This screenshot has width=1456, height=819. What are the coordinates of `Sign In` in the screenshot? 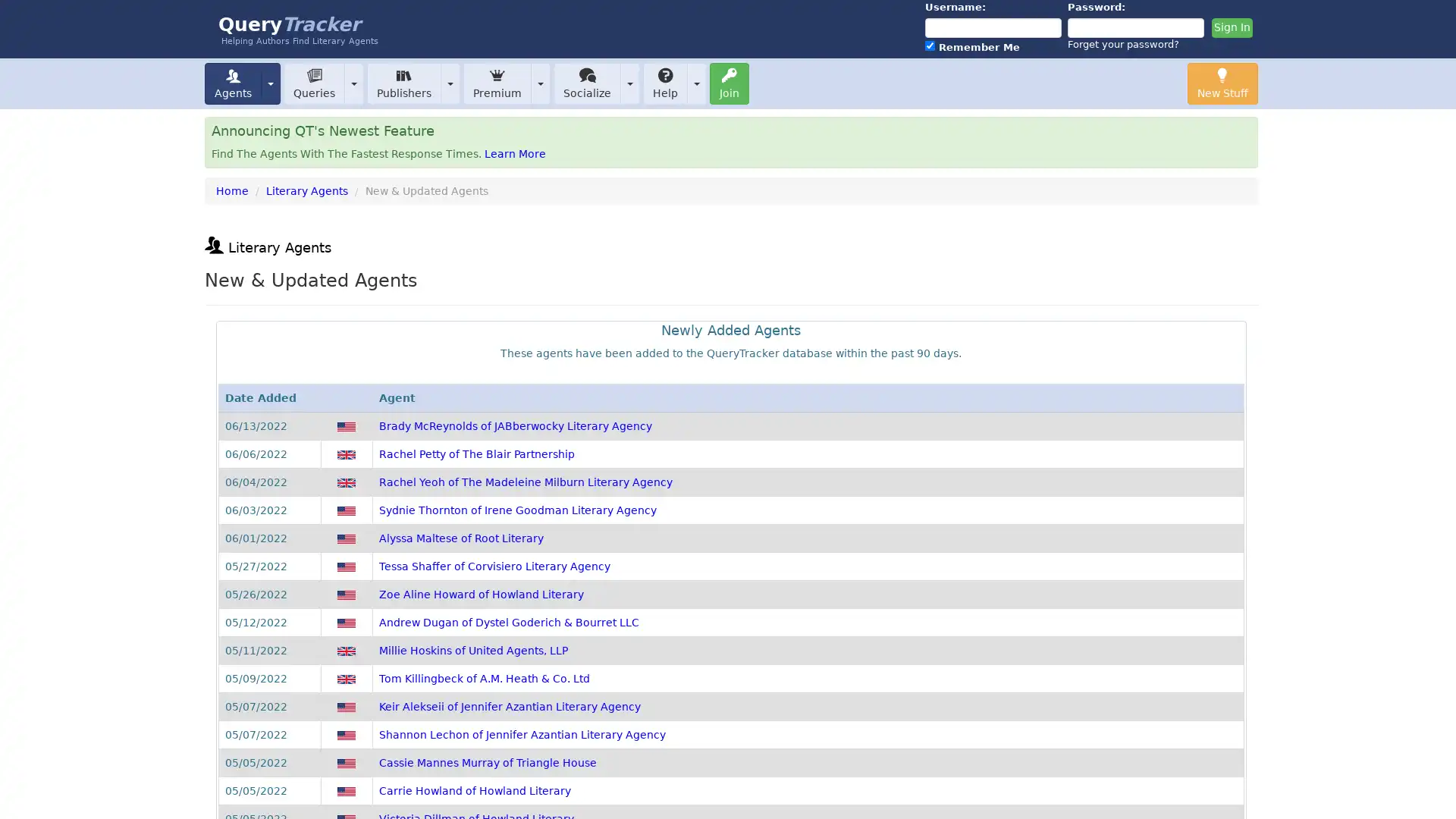 It's located at (1231, 28).